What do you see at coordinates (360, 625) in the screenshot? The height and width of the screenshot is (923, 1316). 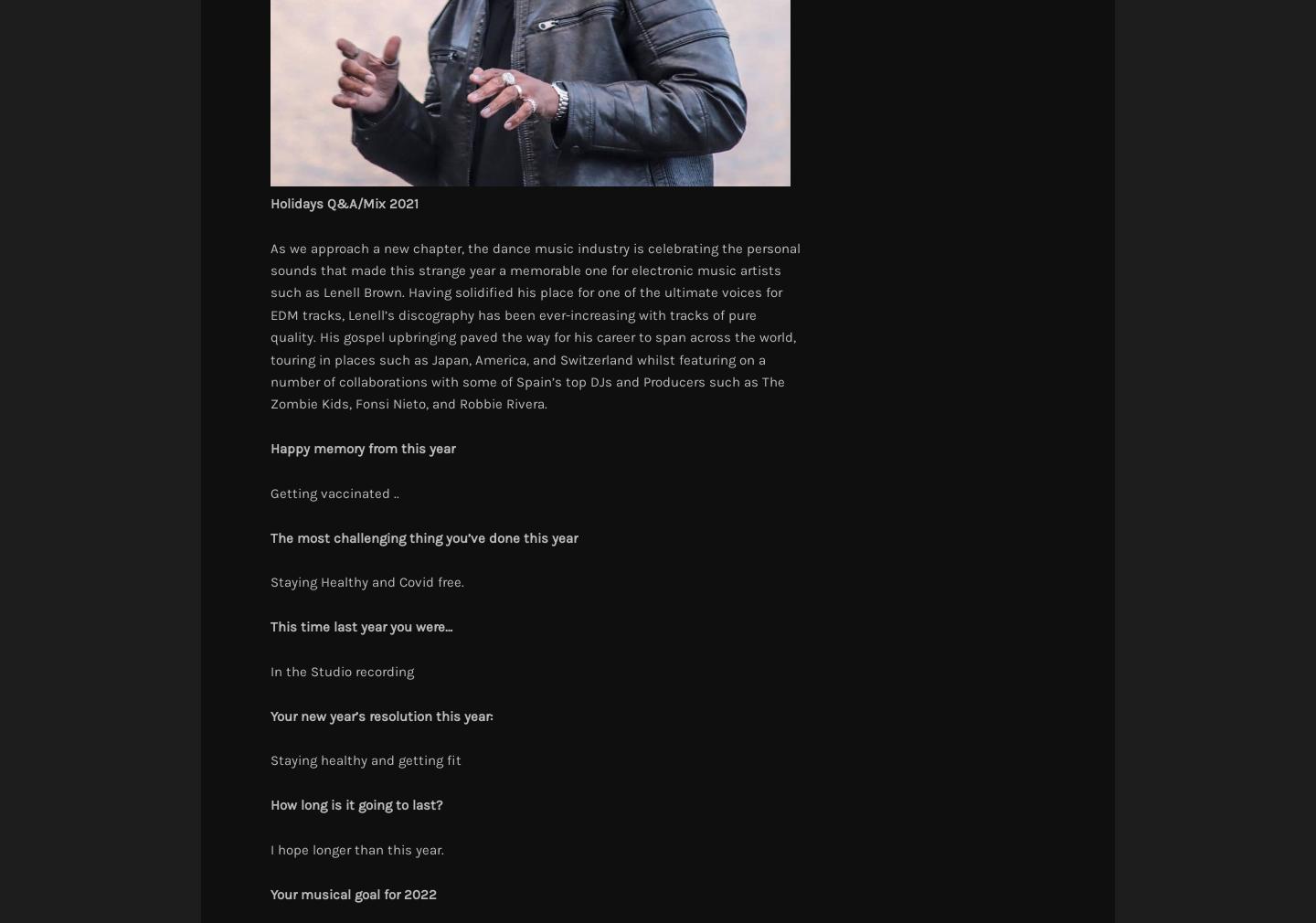 I see `'This time last year you were…'` at bounding box center [360, 625].